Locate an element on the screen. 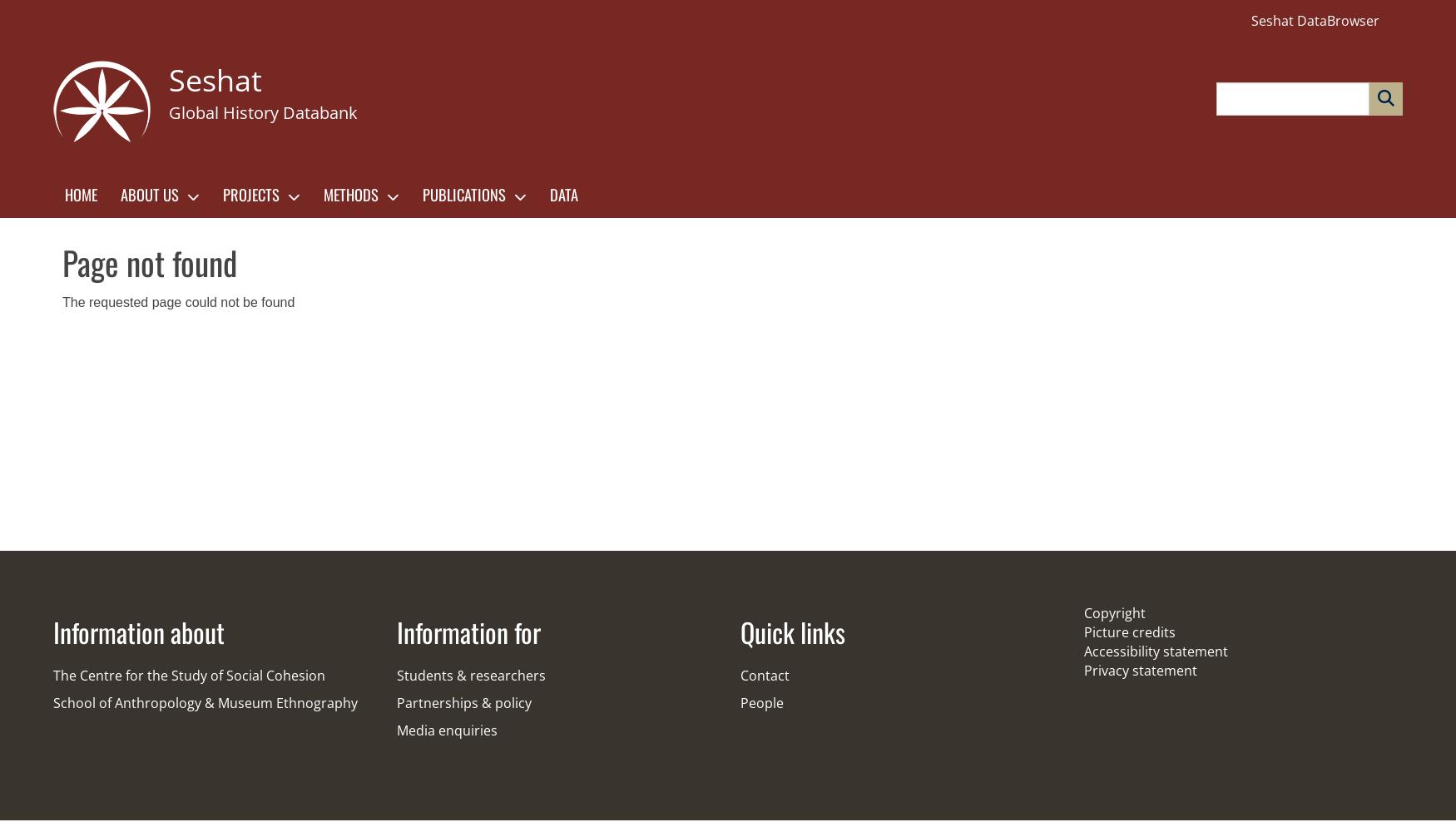  'Information for' is located at coordinates (468, 631).